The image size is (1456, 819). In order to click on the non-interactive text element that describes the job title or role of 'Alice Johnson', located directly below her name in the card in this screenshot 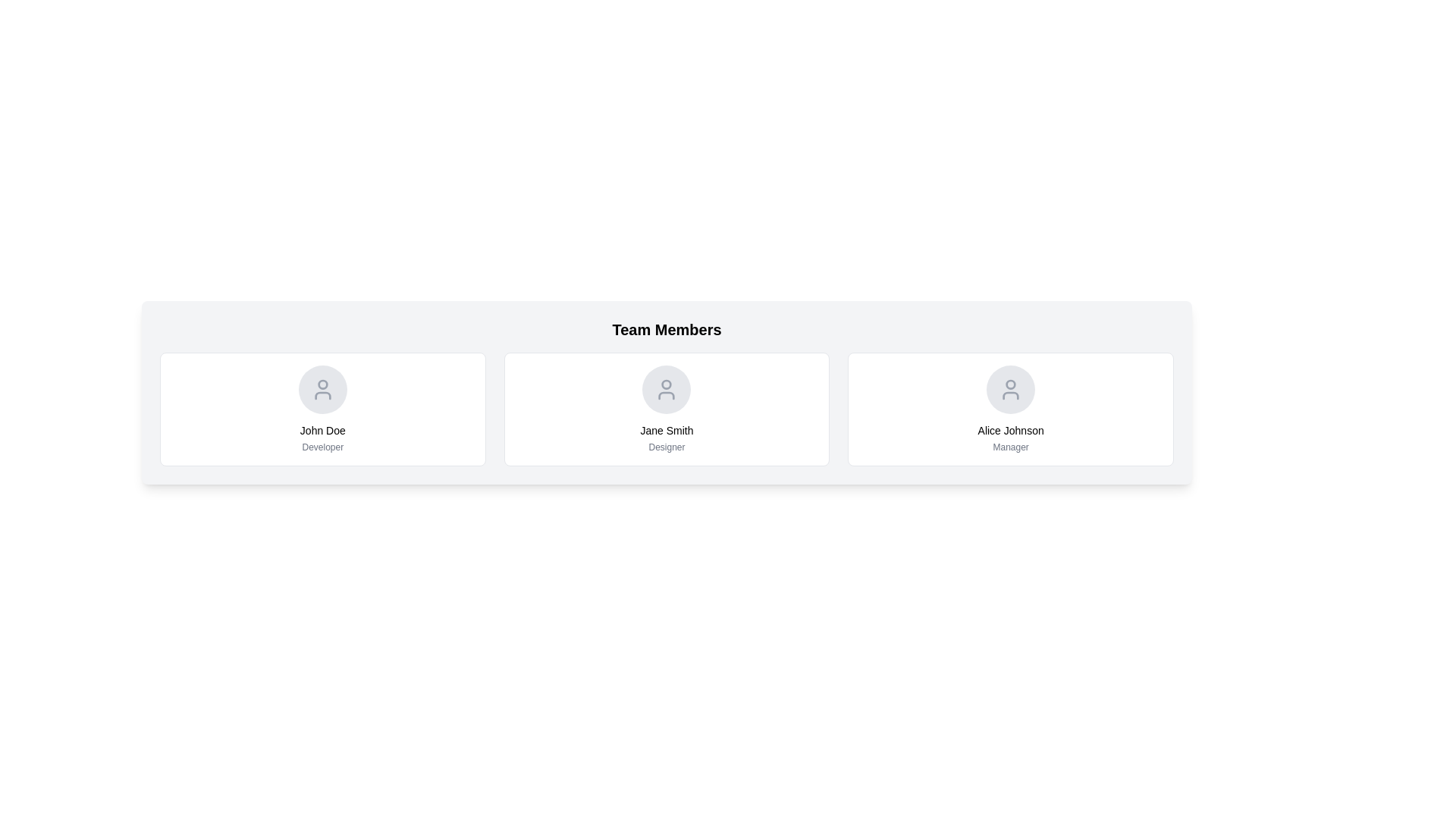, I will do `click(1011, 447)`.